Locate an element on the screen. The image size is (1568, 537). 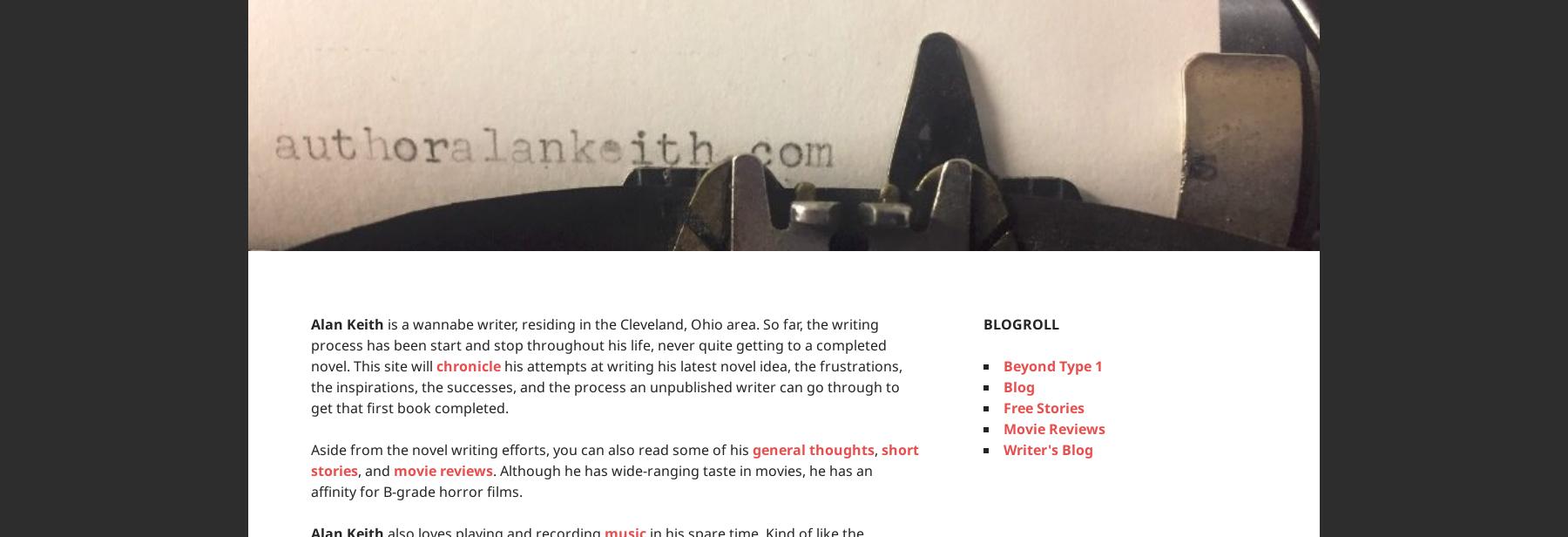
'Free Stories' is located at coordinates (1043, 407).